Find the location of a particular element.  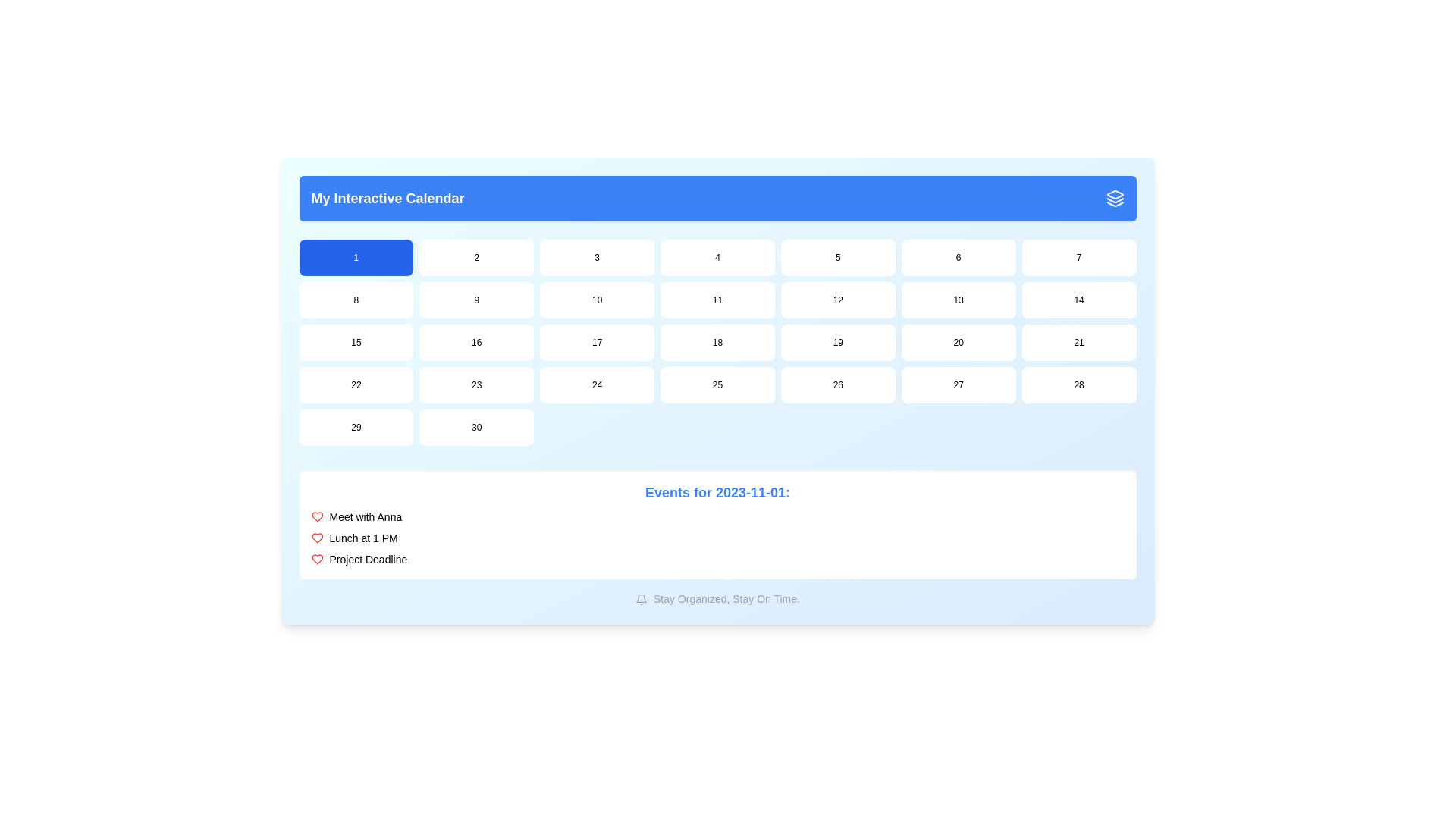

the interactive date selector button located in the fifth row and fourth column of the calendar interface is located at coordinates (717, 384).